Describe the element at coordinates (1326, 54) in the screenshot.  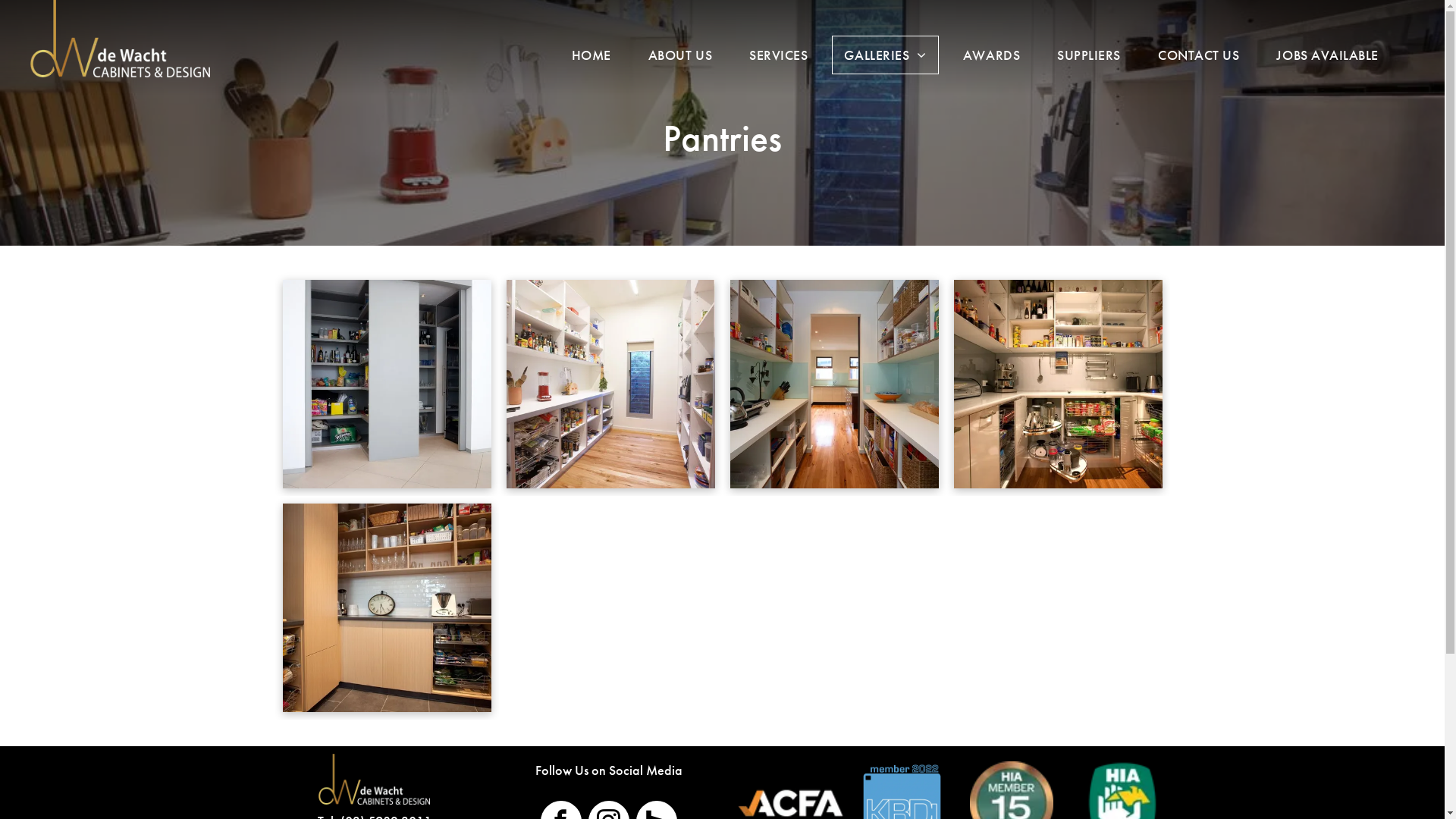
I see `'JOBS AVAILABLE'` at that location.